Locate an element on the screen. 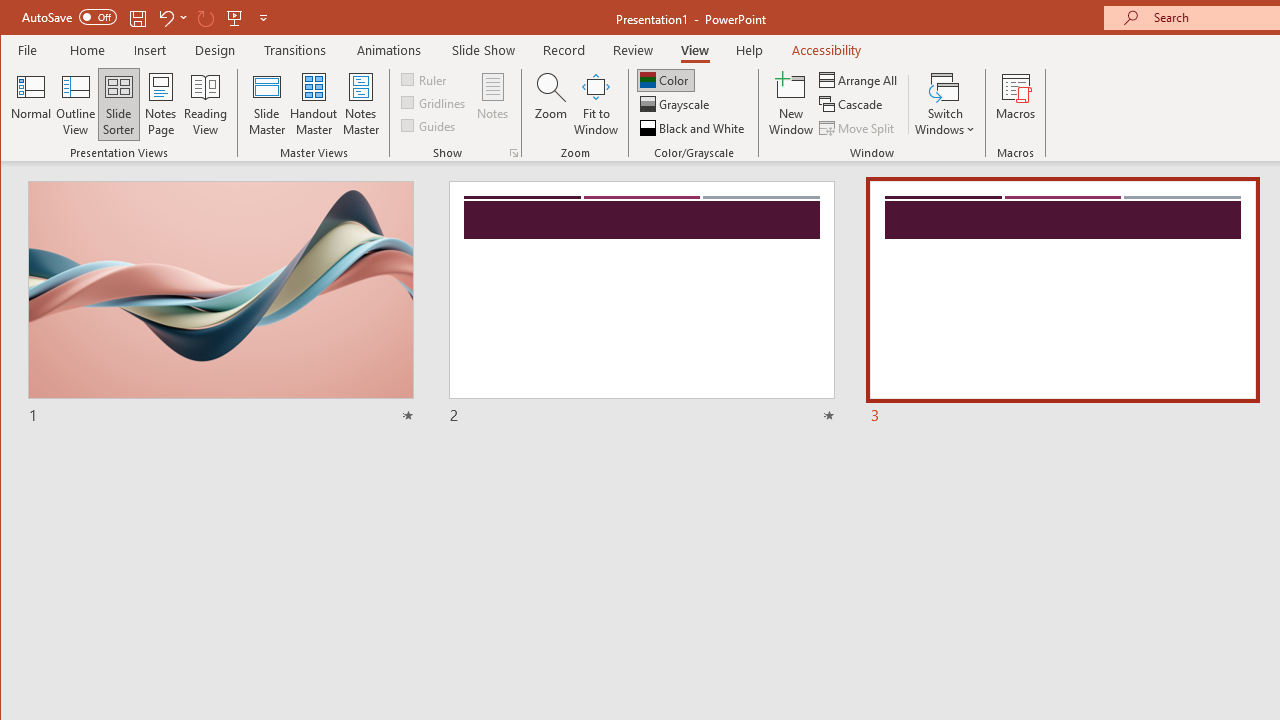 This screenshot has height=720, width=1280. 'Zoom...' is located at coordinates (551, 104).